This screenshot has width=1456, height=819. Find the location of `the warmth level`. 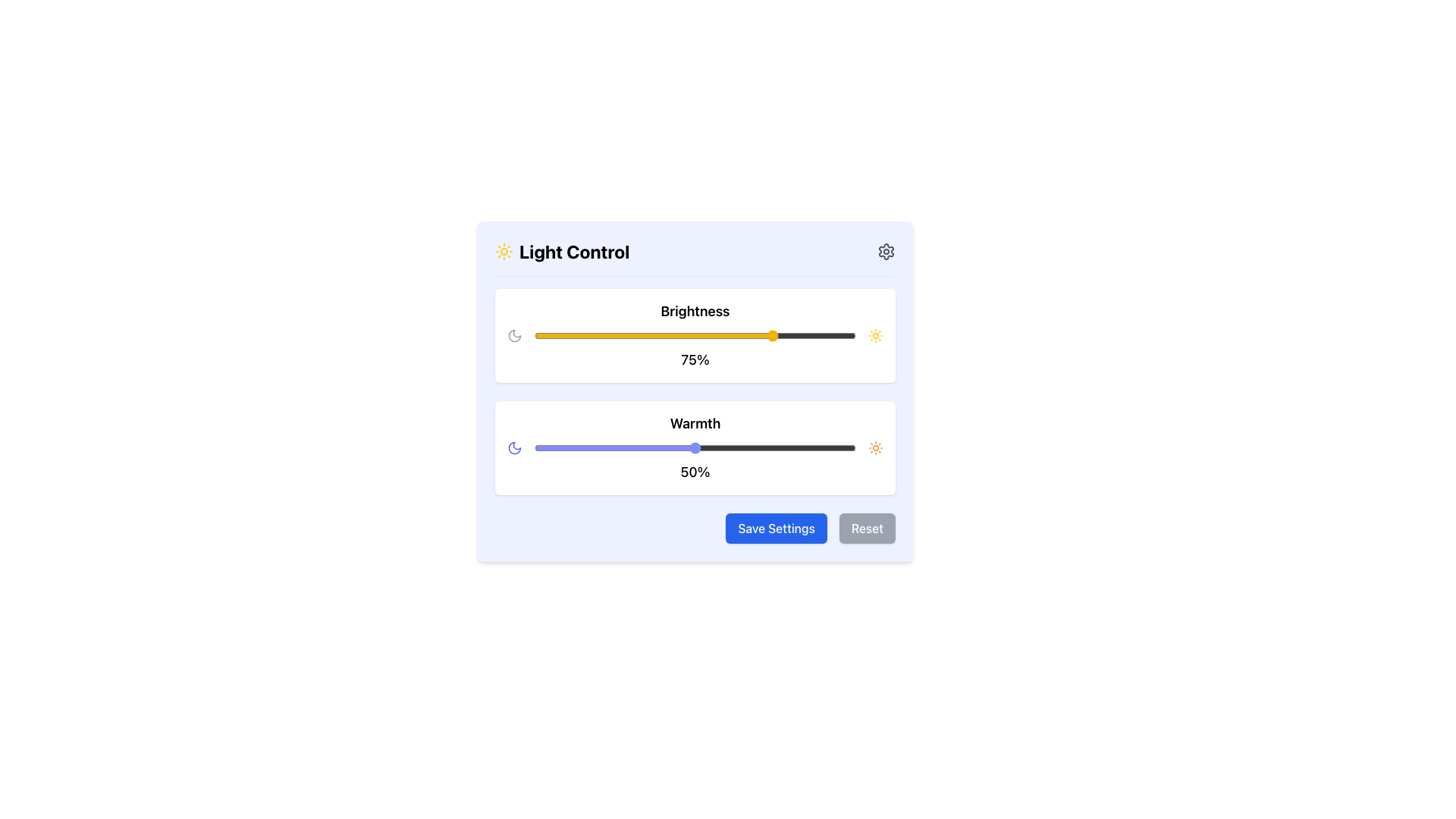

the warmth level is located at coordinates (595, 447).